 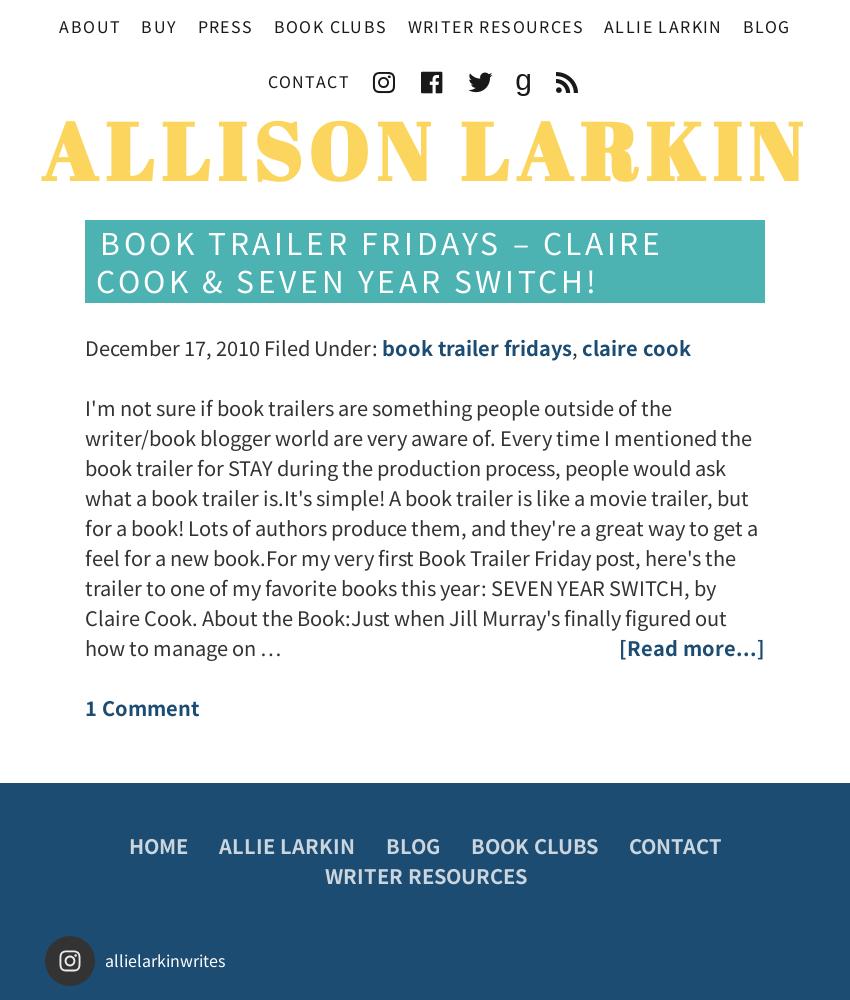 What do you see at coordinates (378, 260) in the screenshot?
I see `'Book Trailer Fridays – Claire Cook & Seven Year Switch!'` at bounding box center [378, 260].